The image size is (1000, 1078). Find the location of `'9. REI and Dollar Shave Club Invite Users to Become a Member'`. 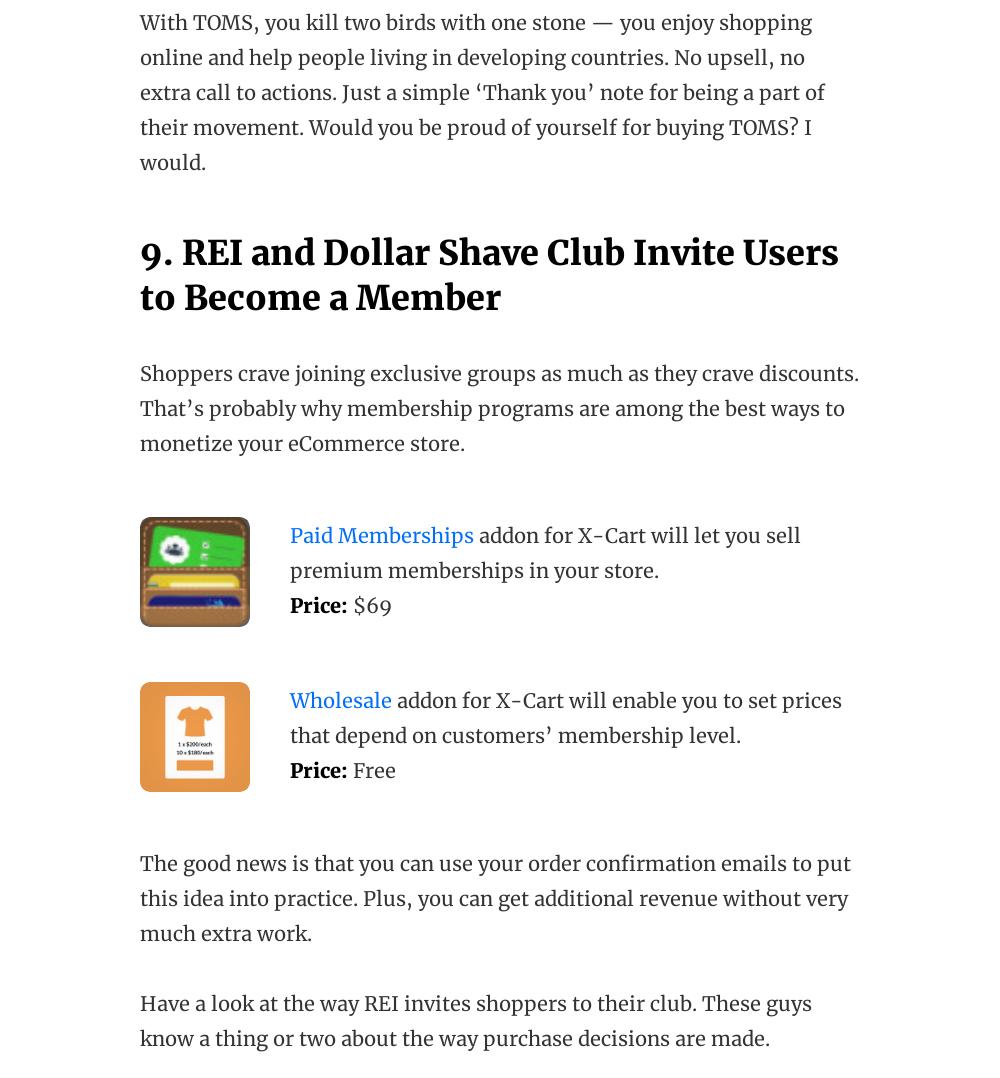

'9. REI and Dollar Shave Club Invite Users to Become a Member' is located at coordinates (488, 275).